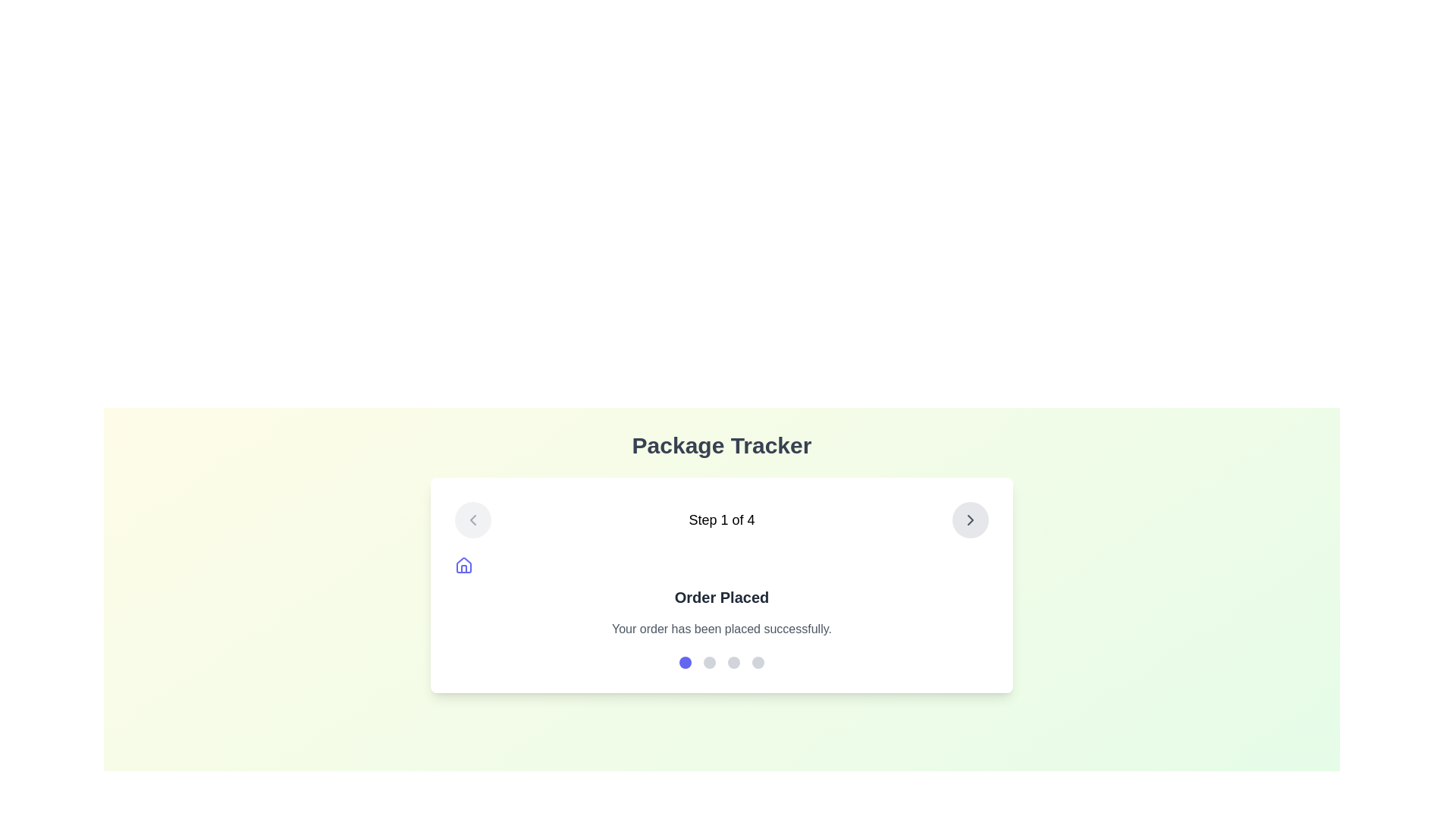  I want to click on the first circular progress indicator, which has a solid indigo fill and is positioned below the 'Order Placed' text, so click(684, 662).